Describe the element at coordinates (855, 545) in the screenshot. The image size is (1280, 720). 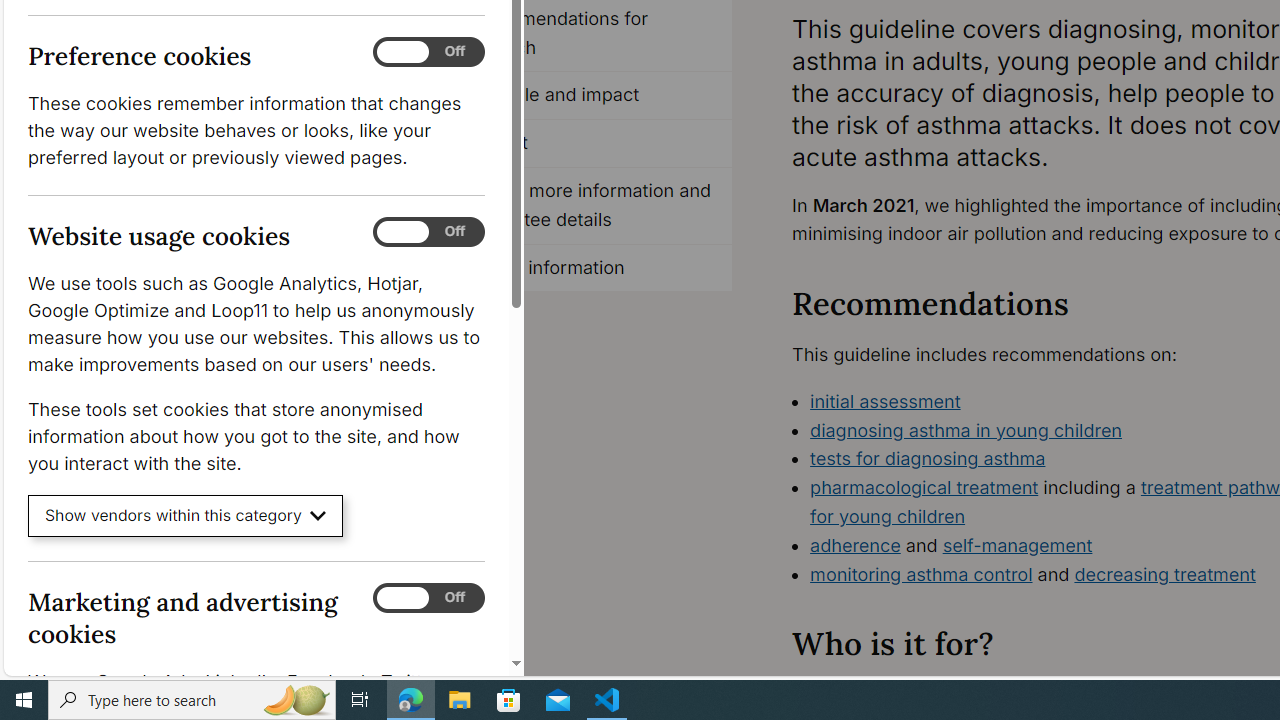
I see `'adherence'` at that location.